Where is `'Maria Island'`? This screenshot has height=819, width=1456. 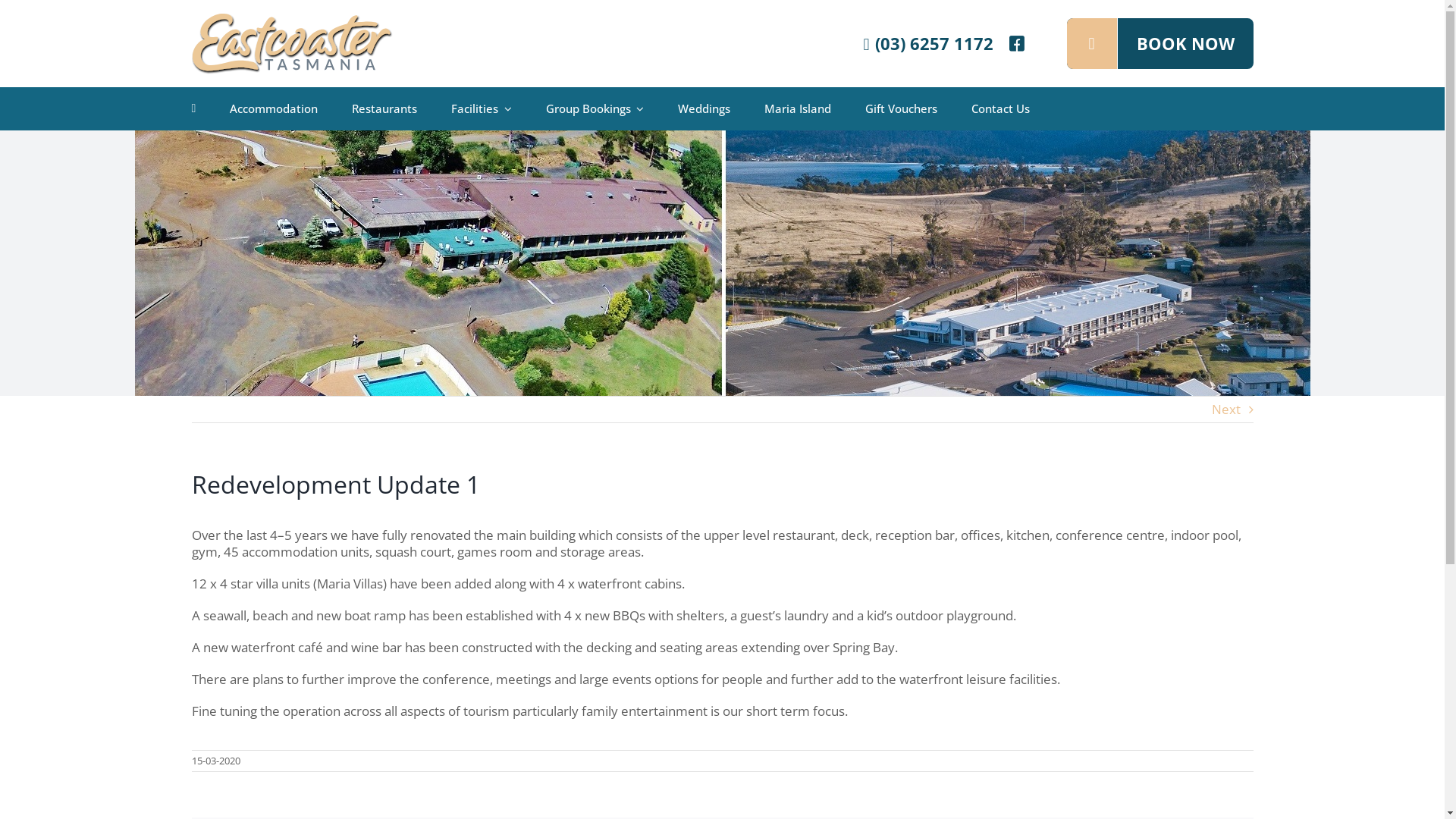 'Maria Island' is located at coordinates (796, 108).